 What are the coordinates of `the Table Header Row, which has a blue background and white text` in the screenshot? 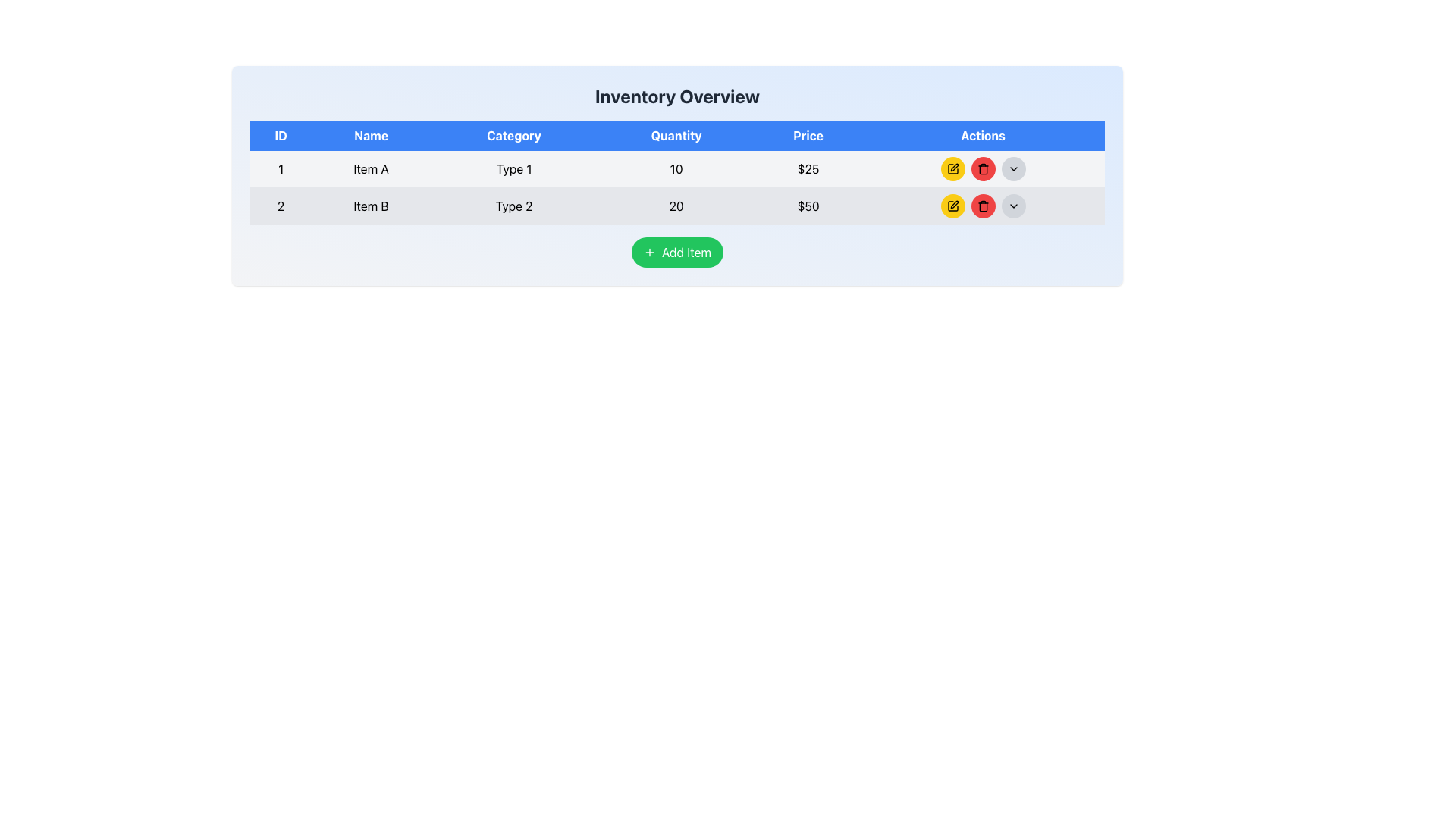 It's located at (676, 134).